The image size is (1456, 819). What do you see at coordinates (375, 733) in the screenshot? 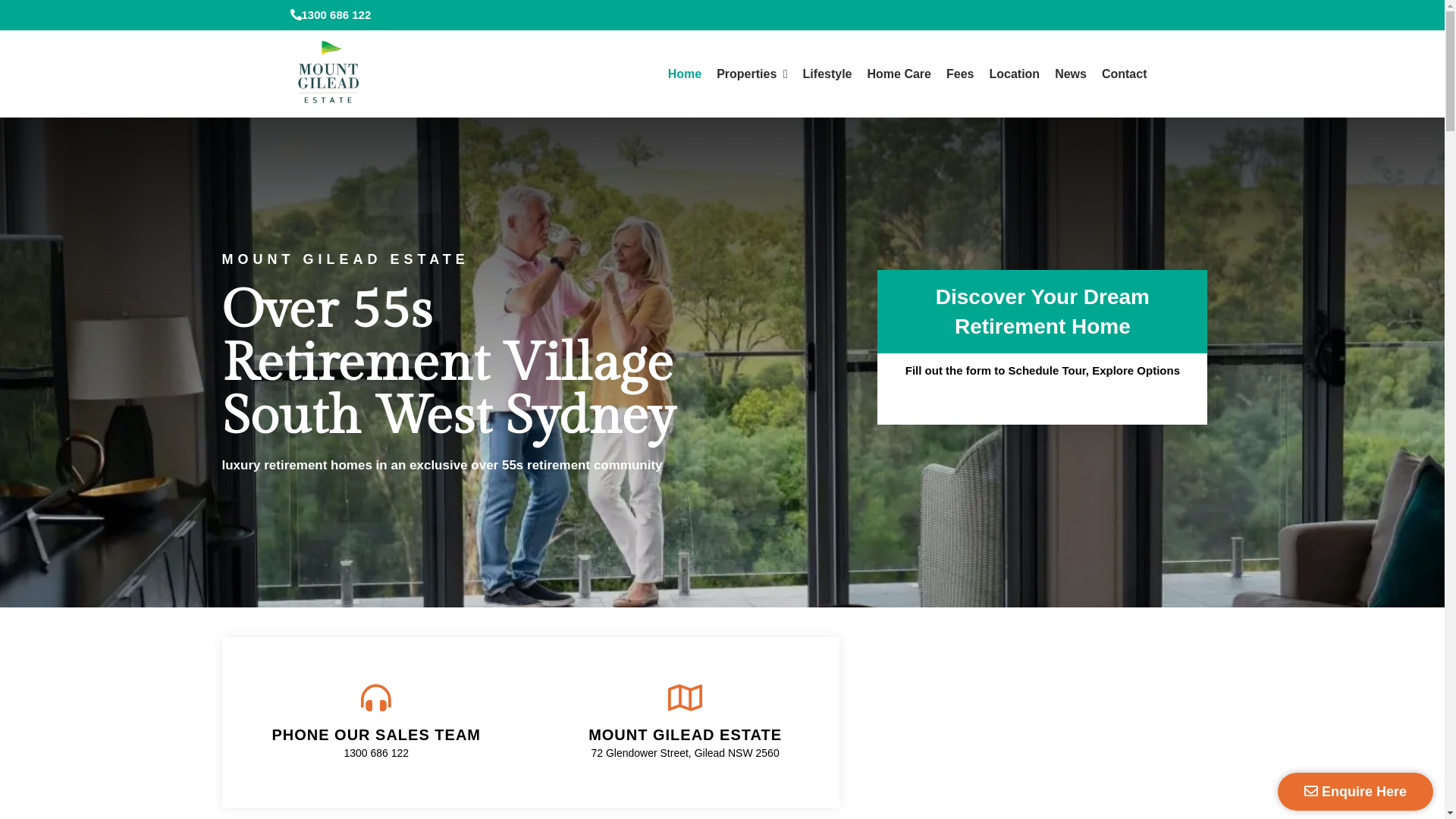
I see `'PHONE OUR SALES TEAM'` at bounding box center [375, 733].